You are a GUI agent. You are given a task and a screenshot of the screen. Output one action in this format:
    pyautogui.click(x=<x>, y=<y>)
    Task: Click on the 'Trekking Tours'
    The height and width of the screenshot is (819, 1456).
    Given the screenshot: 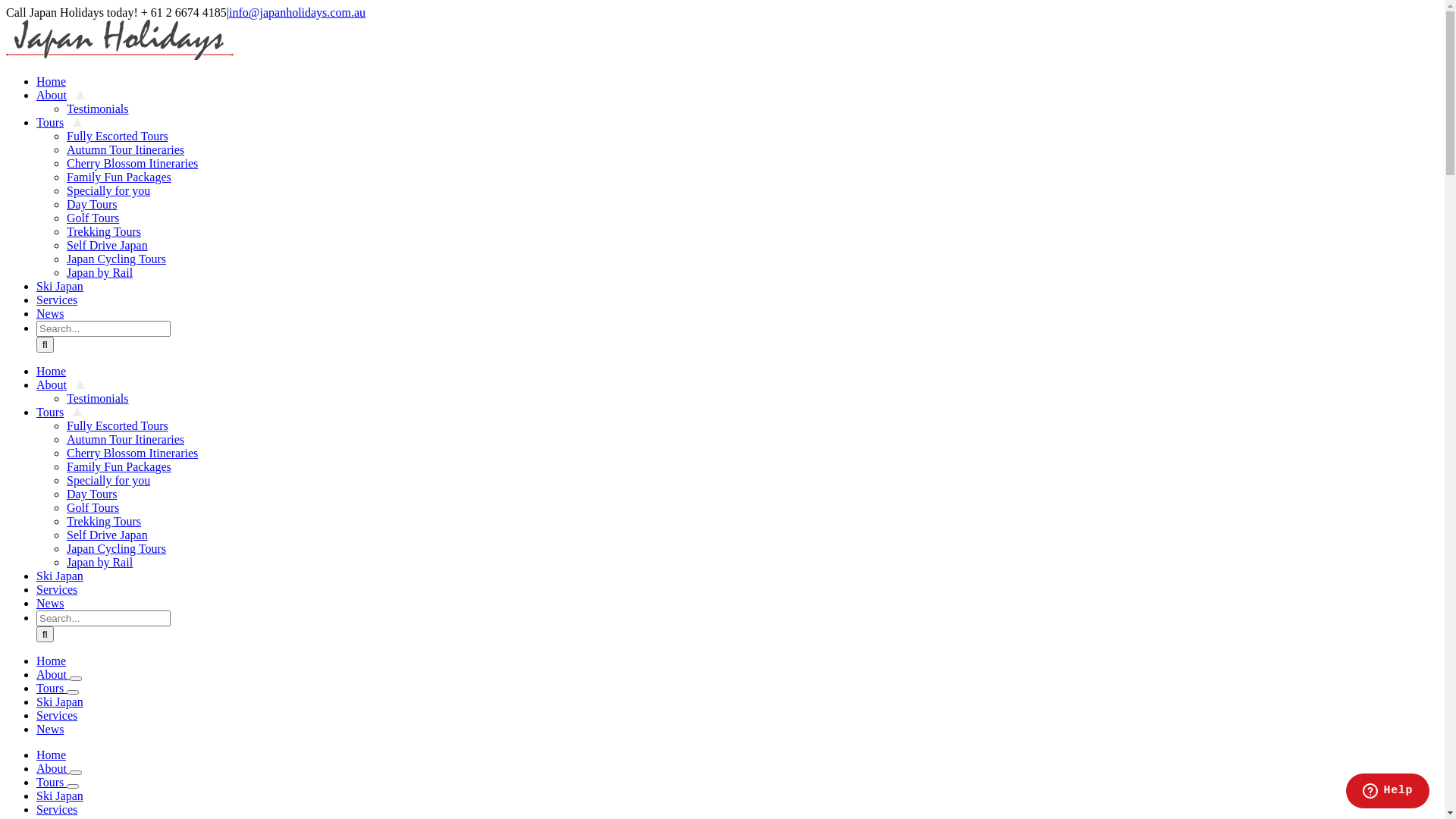 What is the action you would take?
    pyautogui.click(x=103, y=231)
    